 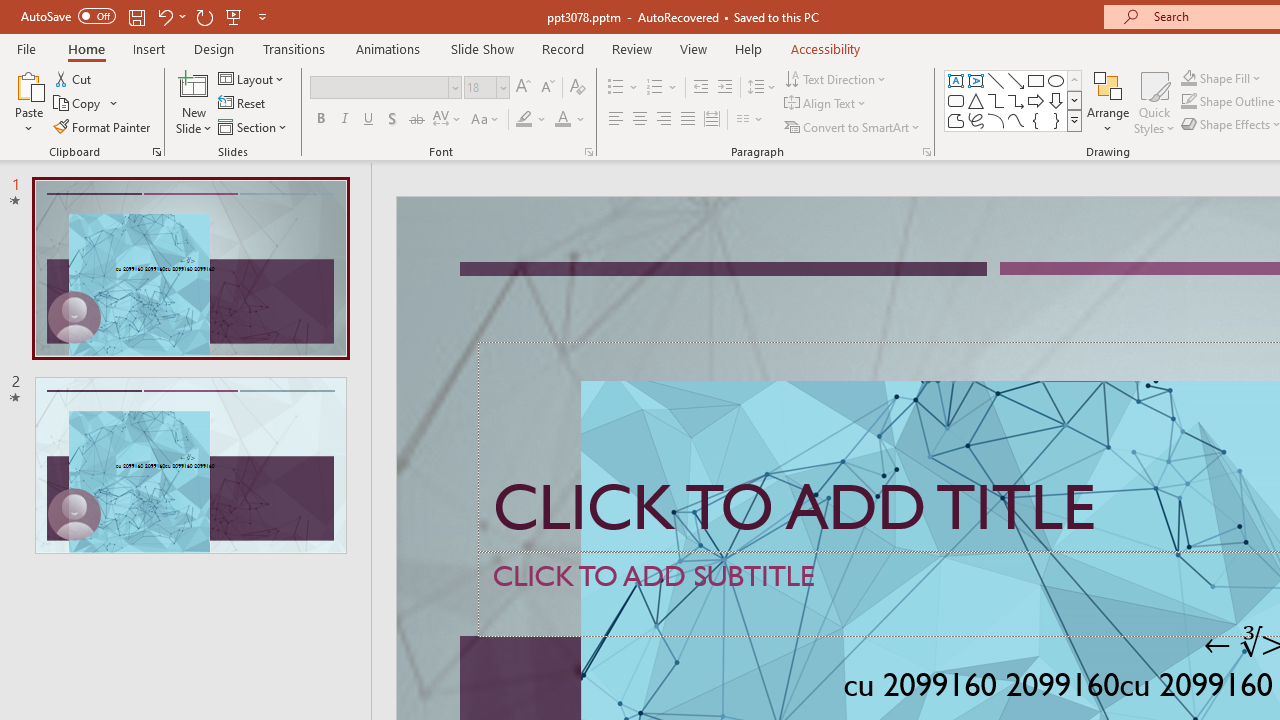 What do you see at coordinates (102, 127) in the screenshot?
I see `'Format Painter'` at bounding box center [102, 127].